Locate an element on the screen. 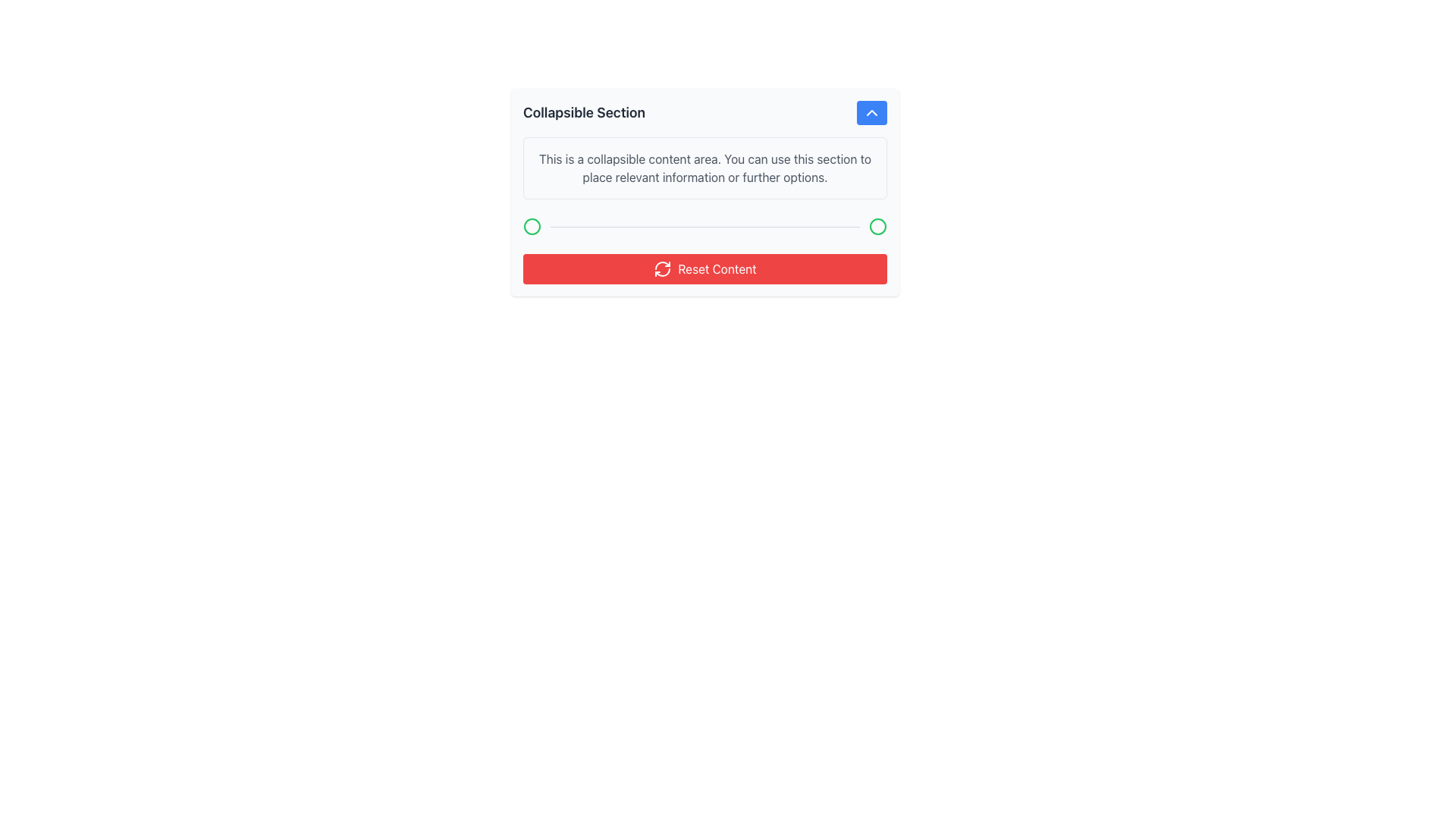 The image size is (1456, 819). the Decorative Circle element, which is a circular shape with a green outline located inside a collapsible section near a text input field is located at coordinates (532, 227).